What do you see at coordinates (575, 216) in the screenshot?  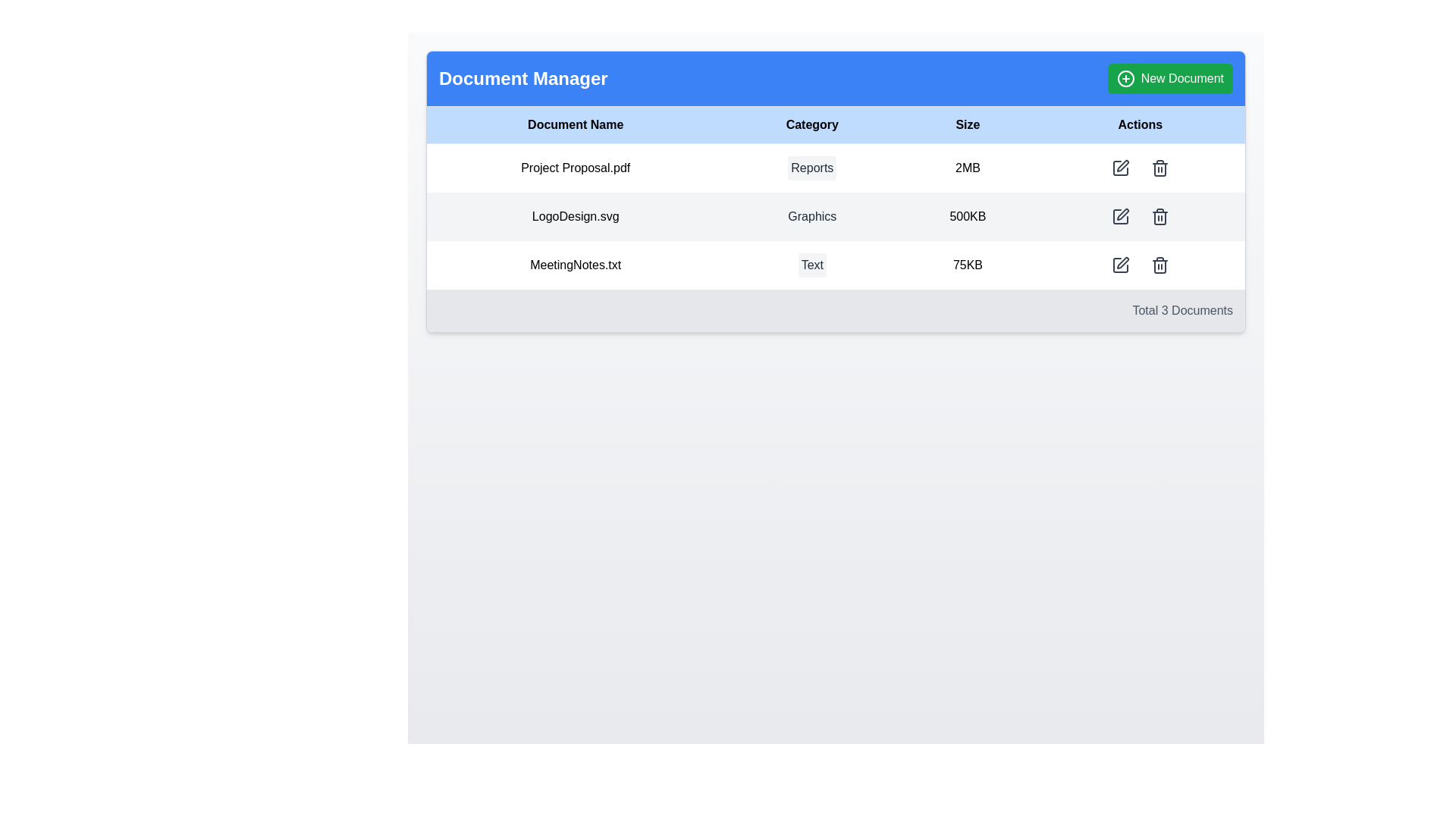 I see `the text label displaying 'LogoDesign.svg' which is centrally aligned in the 'Document Name' column of the table` at bounding box center [575, 216].